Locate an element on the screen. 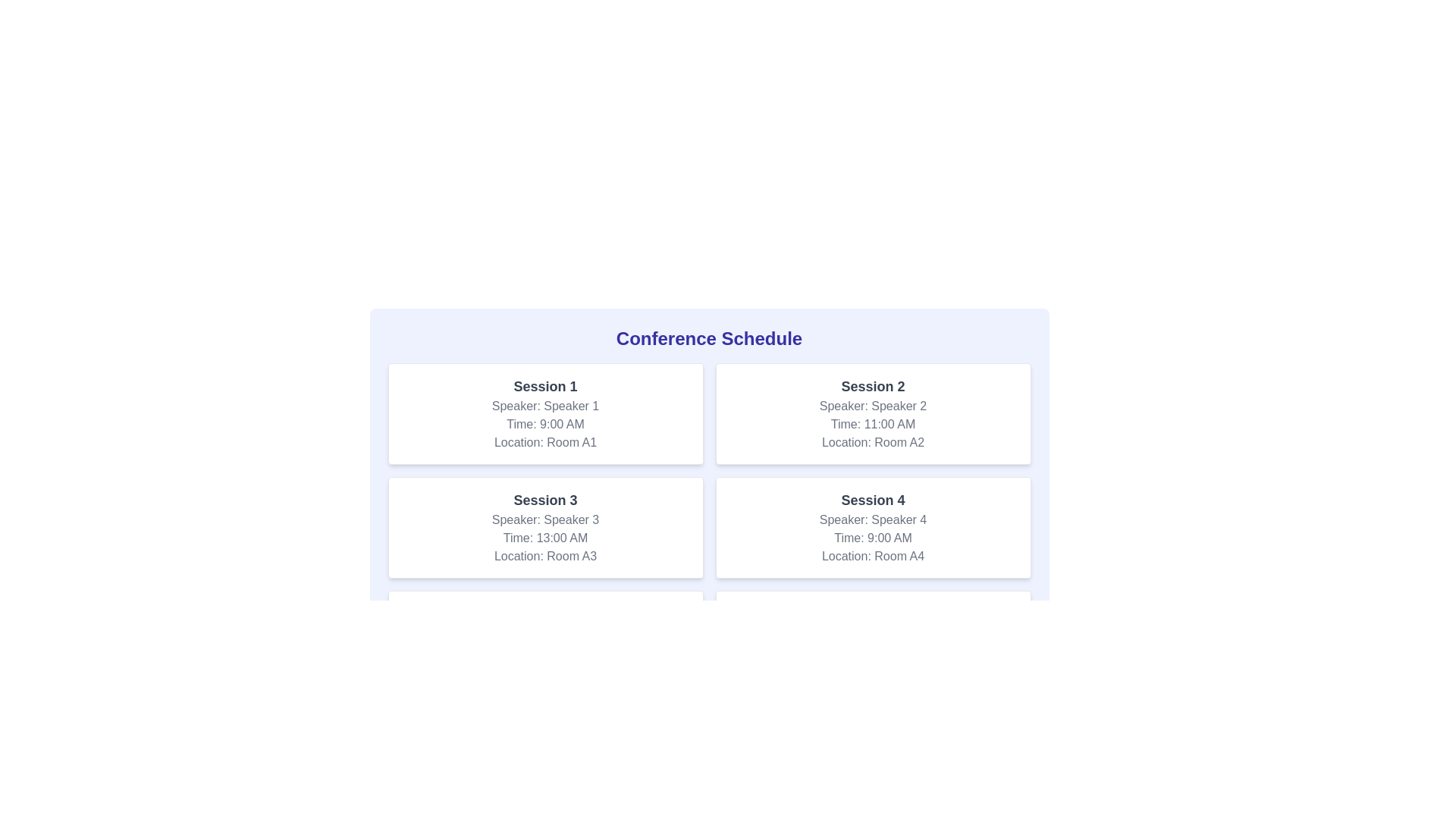 The height and width of the screenshot is (819, 1456). the static text label that provides location information for 'Session 2' in Room A2, which is positioned below 'Time: 11:00 AM' is located at coordinates (873, 442).